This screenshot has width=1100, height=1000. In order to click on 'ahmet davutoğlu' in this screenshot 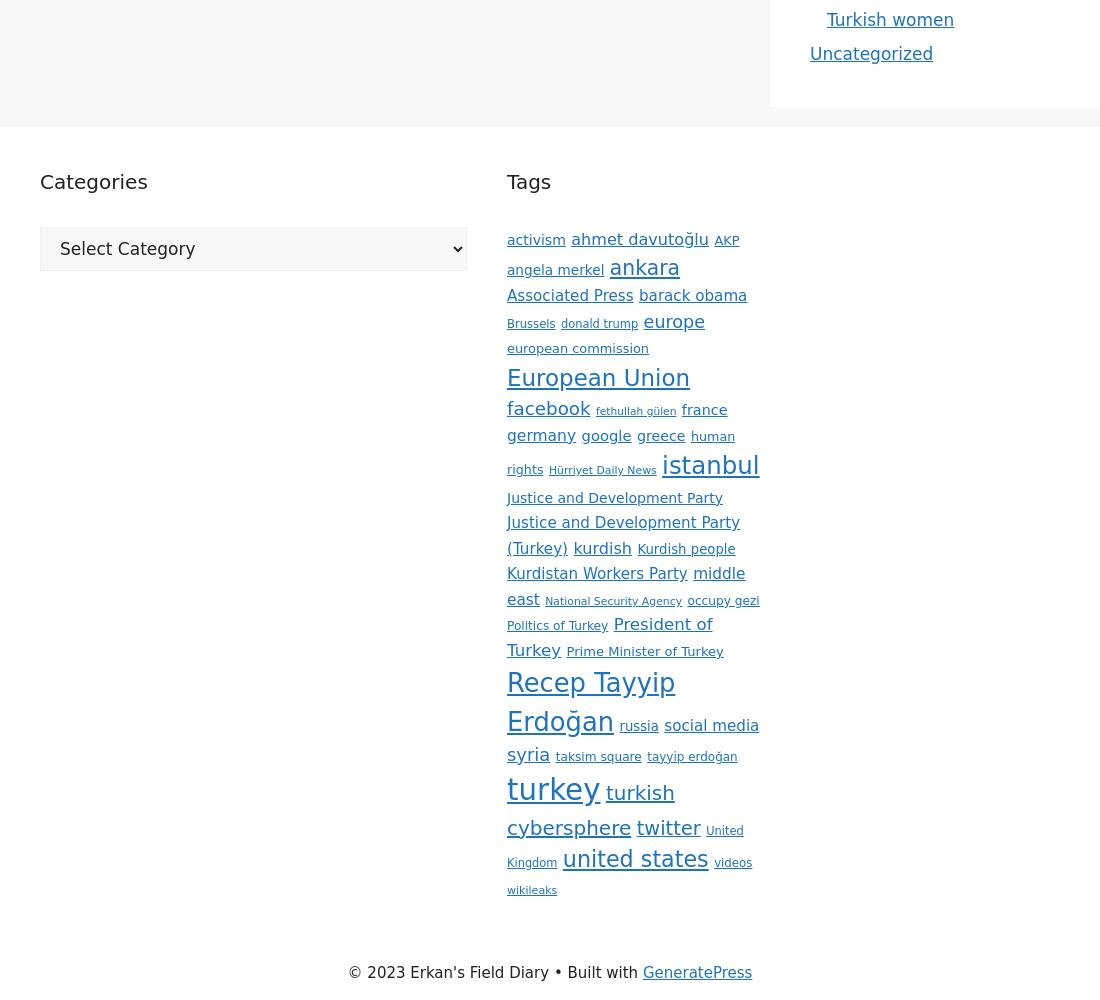, I will do `click(639, 238)`.